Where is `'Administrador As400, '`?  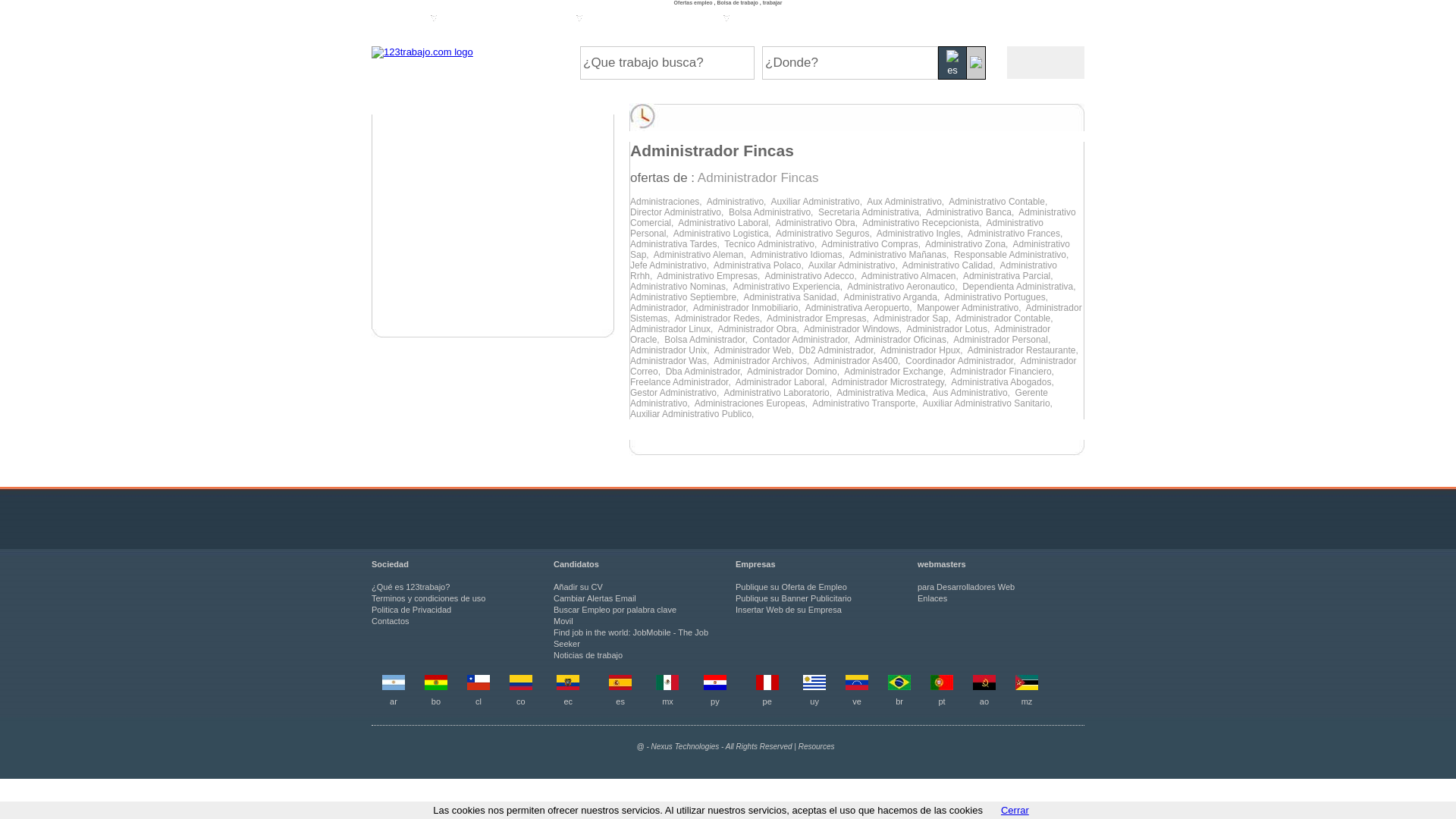 'Administrador As400, ' is located at coordinates (859, 360).